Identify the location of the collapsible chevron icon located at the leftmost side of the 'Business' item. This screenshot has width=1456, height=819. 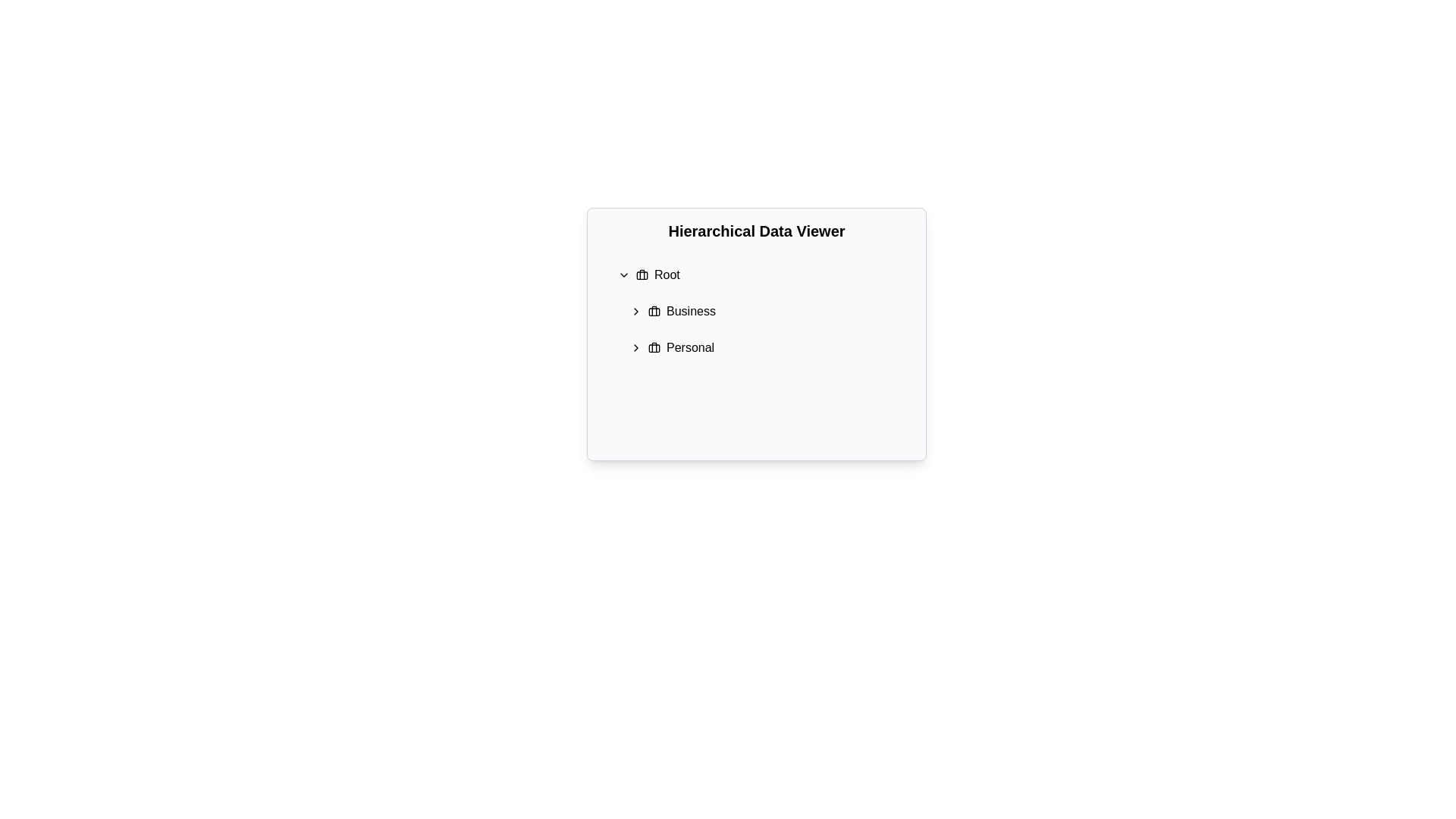
(636, 311).